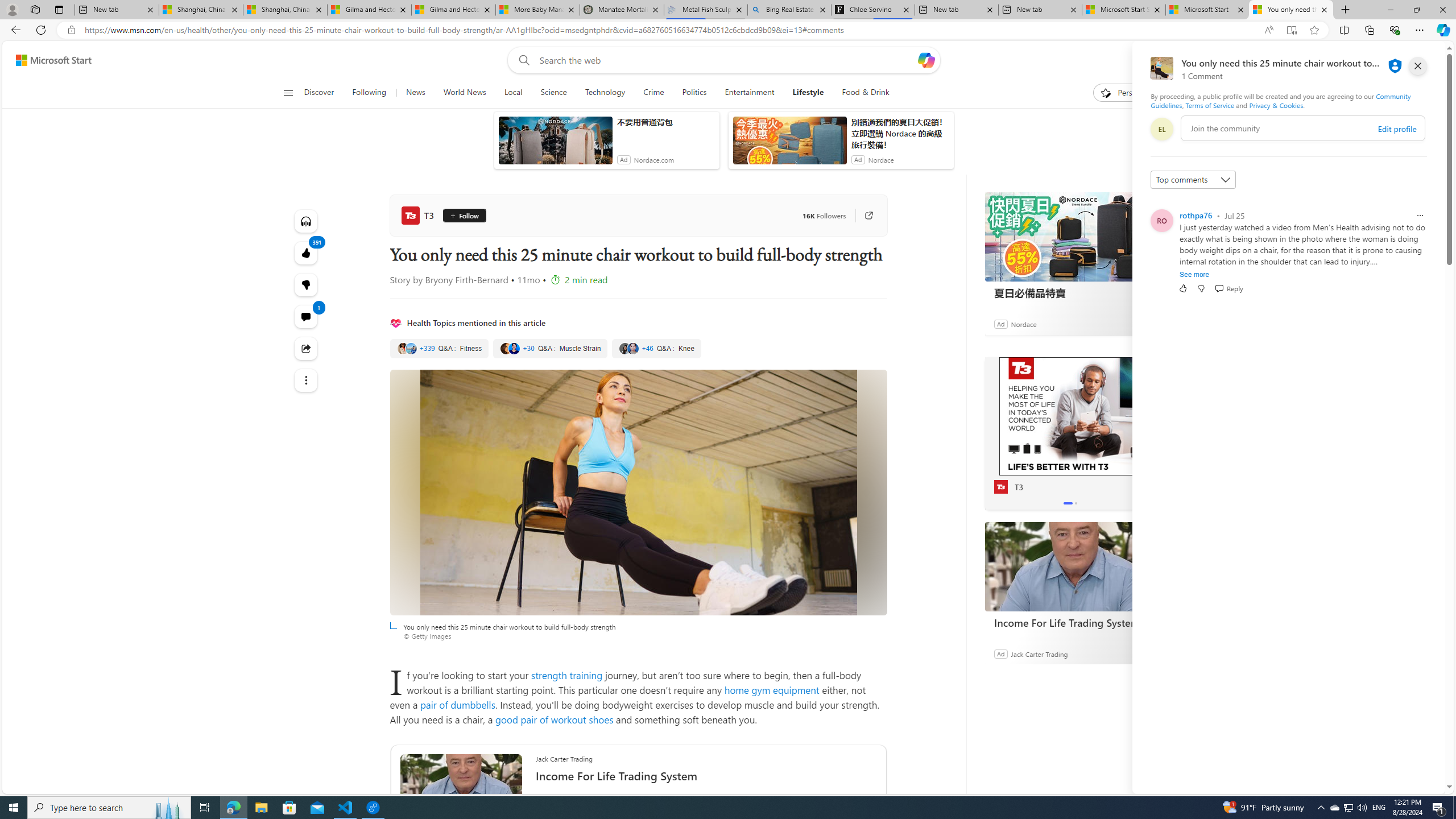  What do you see at coordinates (864, 92) in the screenshot?
I see `'Food & Drink'` at bounding box center [864, 92].